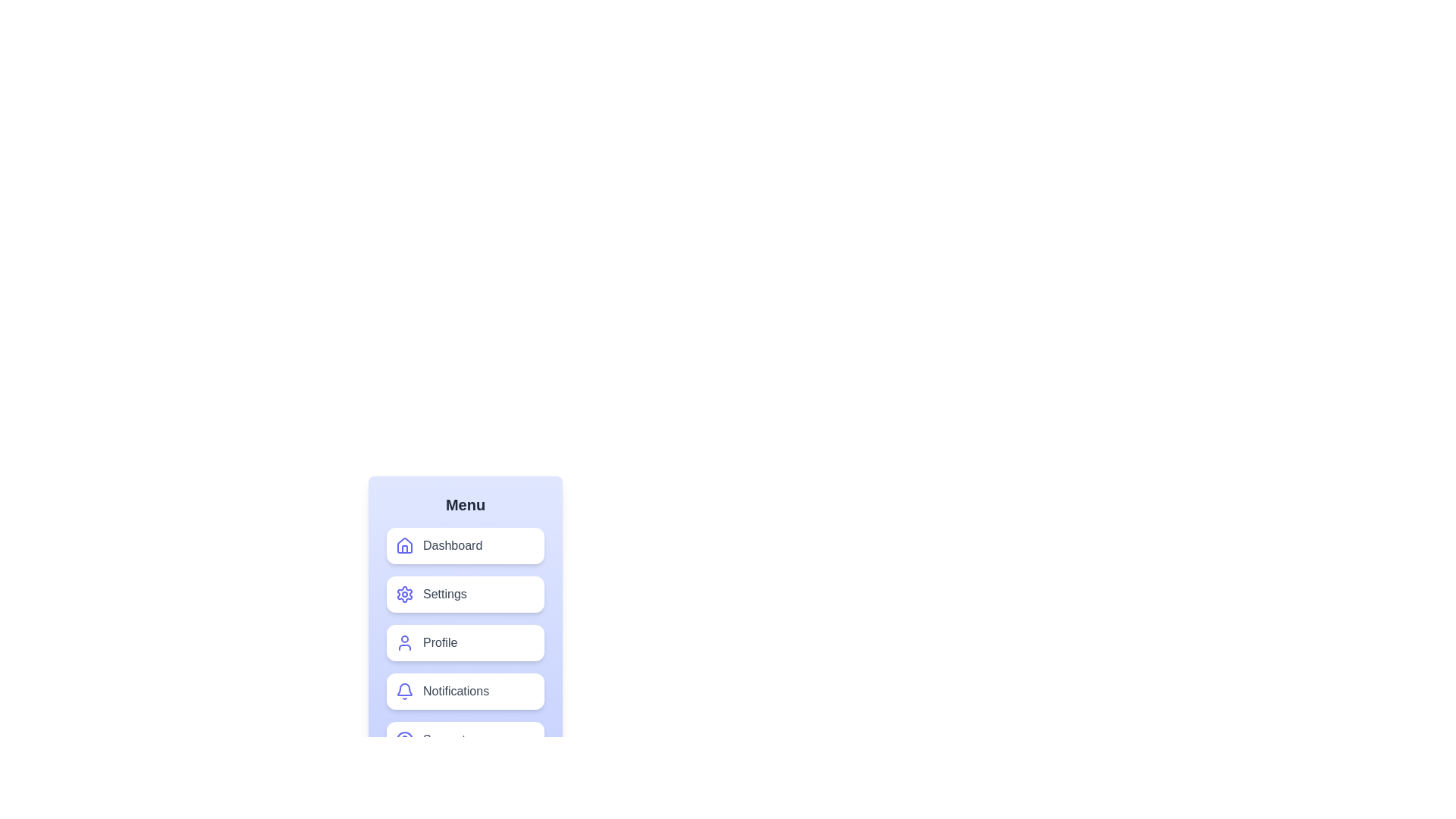 This screenshot has width=1456, height=819. I want to click on the 'Settings' text label, which is a medium-sized gray text that turns white on hover, located below 'Dashboard' and above 'Profile' in the menu, so click(444, 593).